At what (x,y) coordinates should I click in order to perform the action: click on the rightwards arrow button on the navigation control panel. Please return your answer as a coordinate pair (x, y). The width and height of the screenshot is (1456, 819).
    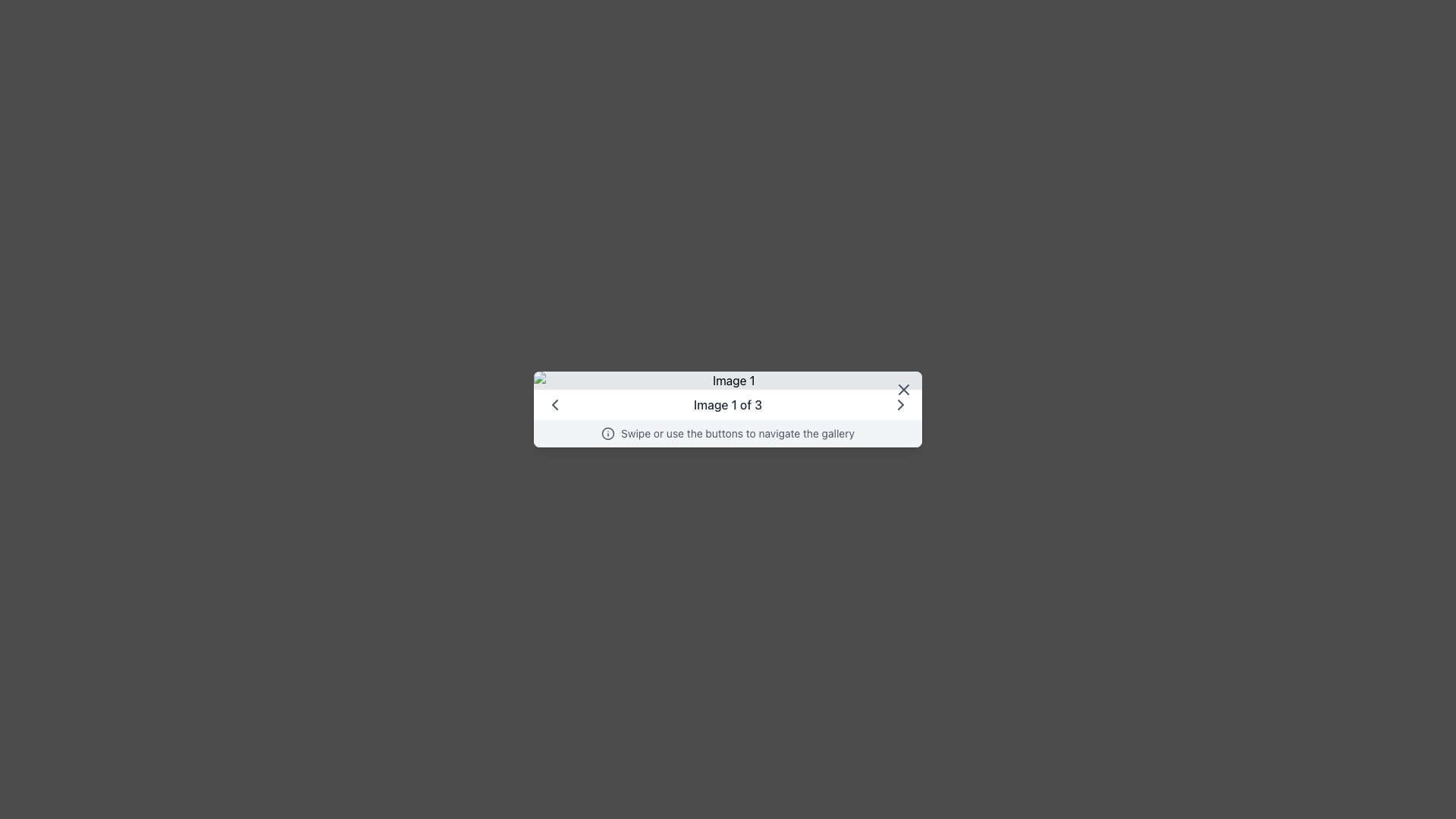
    Looking at the image, I should click on (901, 403).